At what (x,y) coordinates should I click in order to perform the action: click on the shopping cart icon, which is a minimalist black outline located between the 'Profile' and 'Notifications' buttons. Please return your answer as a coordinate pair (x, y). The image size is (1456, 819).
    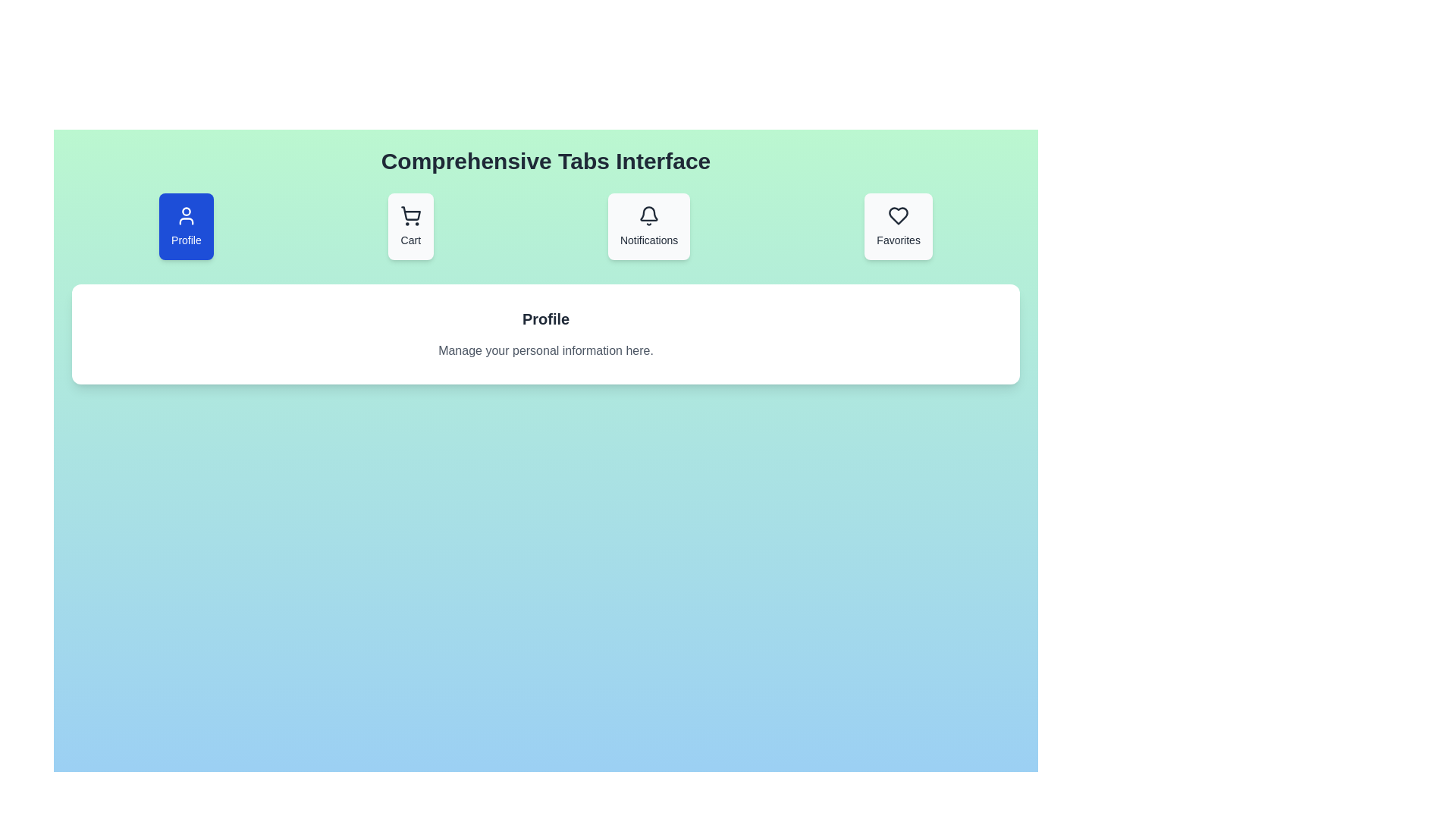
    Looking at the image, I should click on (410, 216).